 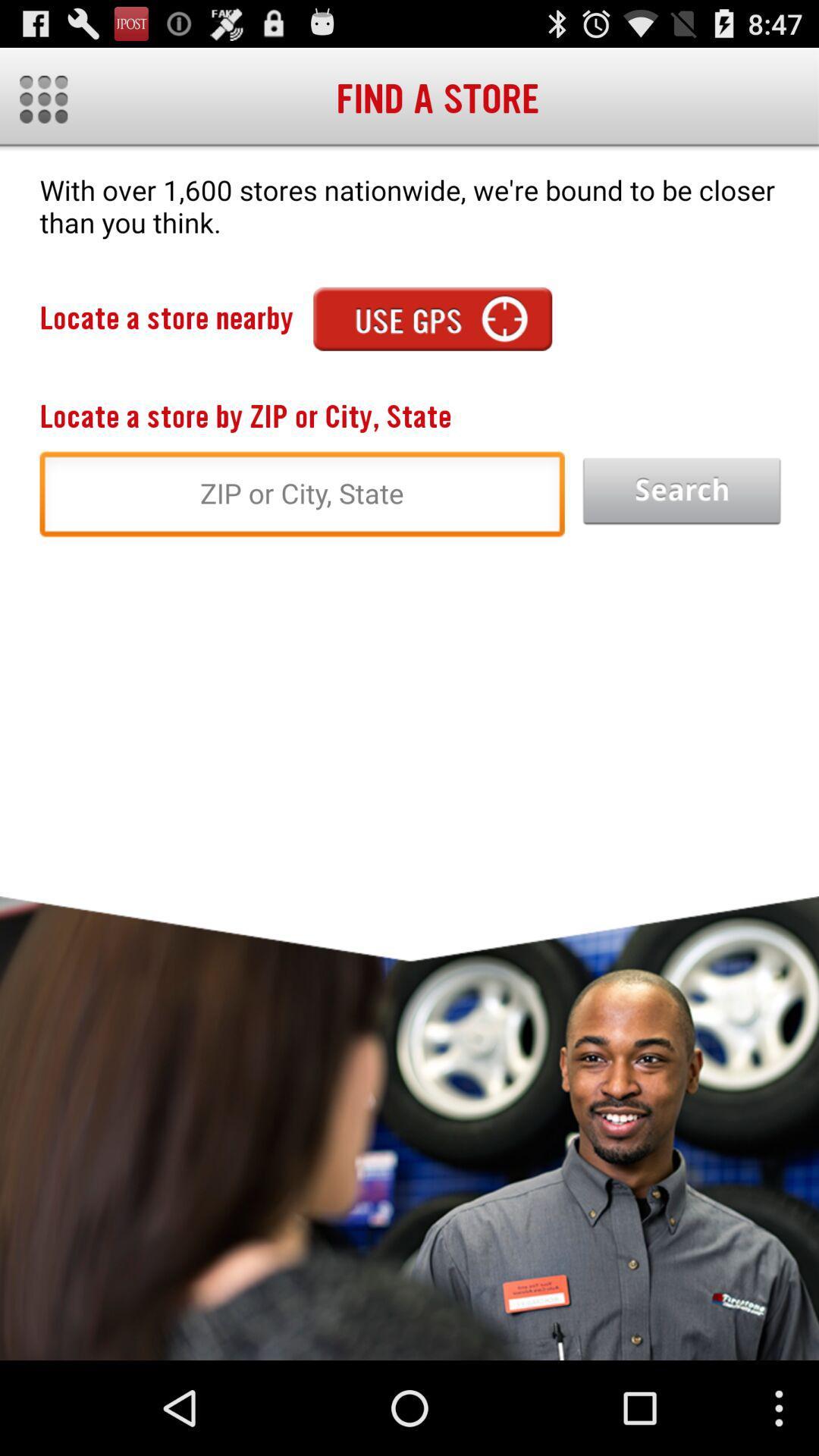 I want to click on a gps, so click(x=432, y=318).